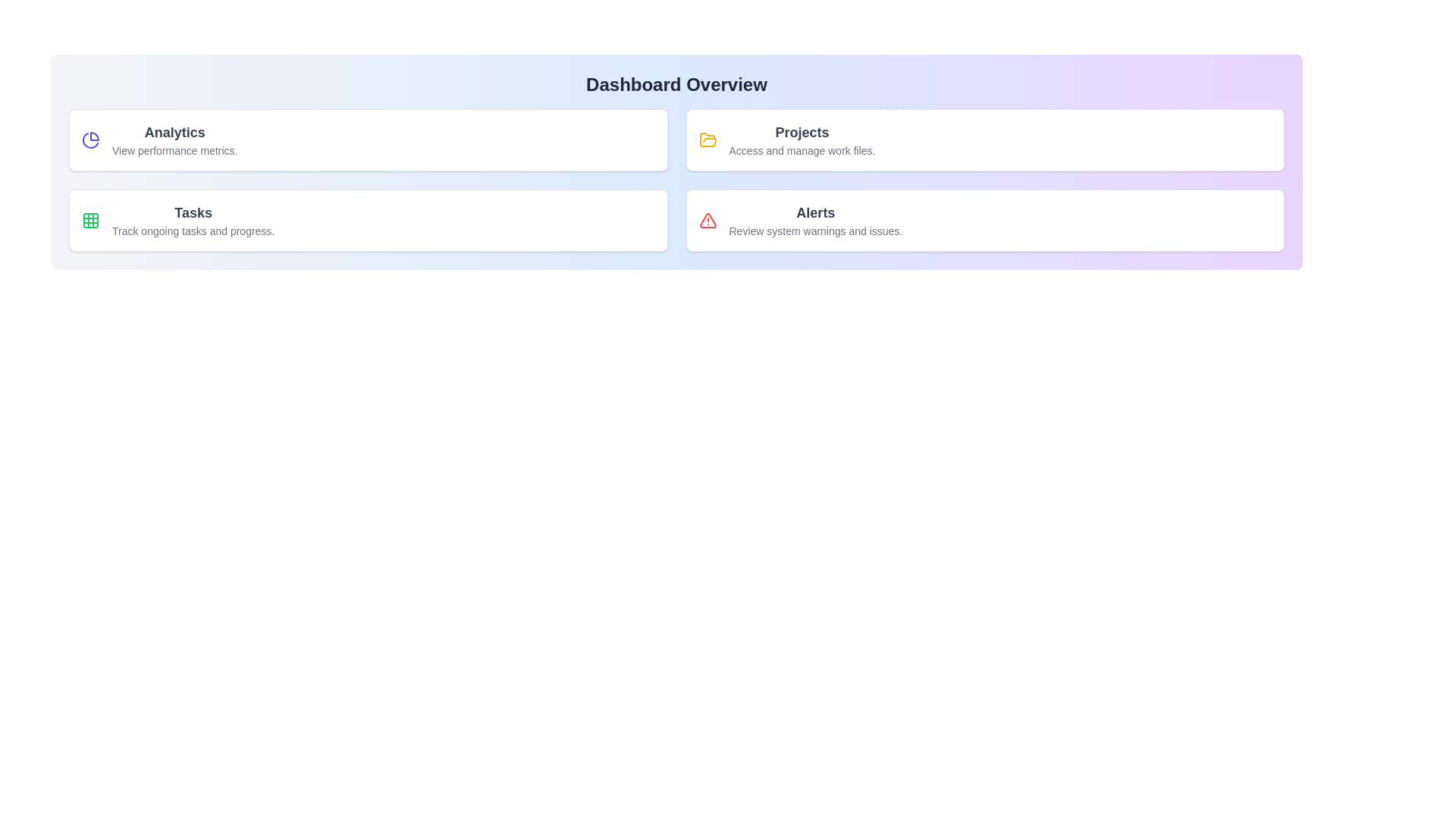 The height and width of the screenshot is (819, 1456). What do you see at coordinates (985, 140) in the screenshot?
I see `the menu item corresponding to Projects to navigate to the respective section` at bounding box center [985, 140].